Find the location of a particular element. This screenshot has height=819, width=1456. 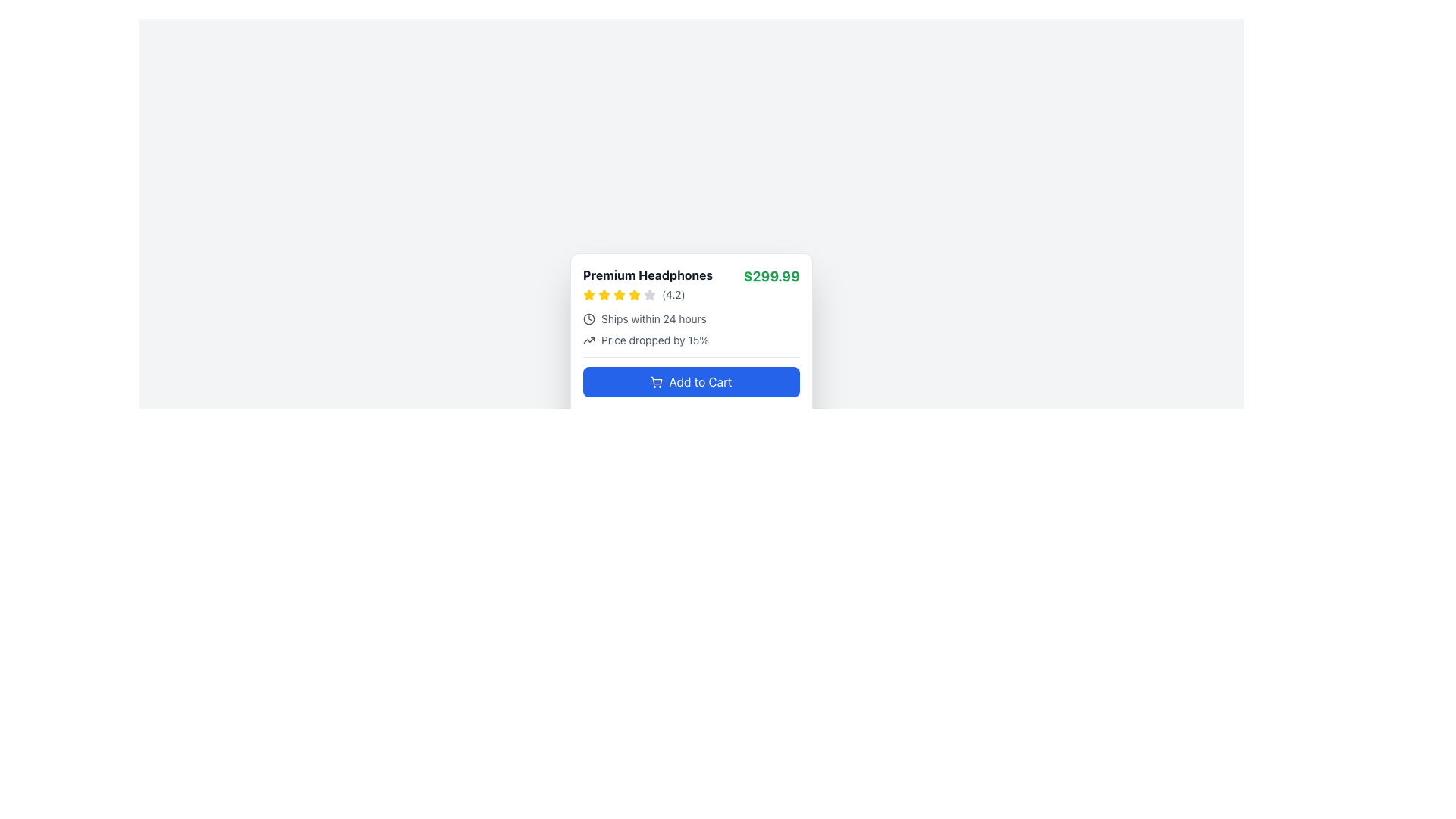

the stars in the product card for 'Premium Headphones' is located at coordinates (691, 348).